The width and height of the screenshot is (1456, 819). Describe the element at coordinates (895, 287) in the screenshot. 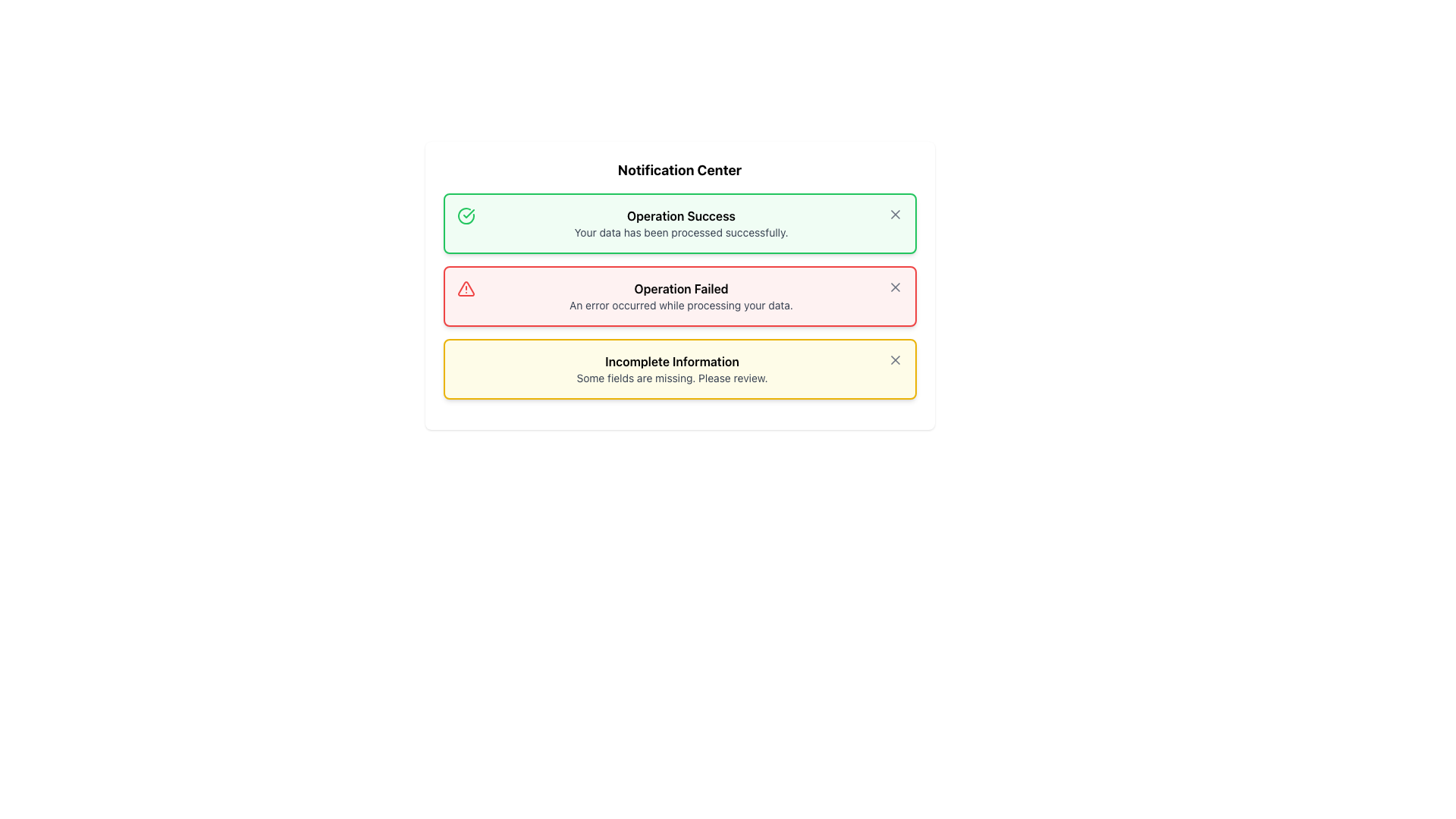

I see `the 'X' icon, which is an SVG-based button styled with sharp diagonal lines` at that location.